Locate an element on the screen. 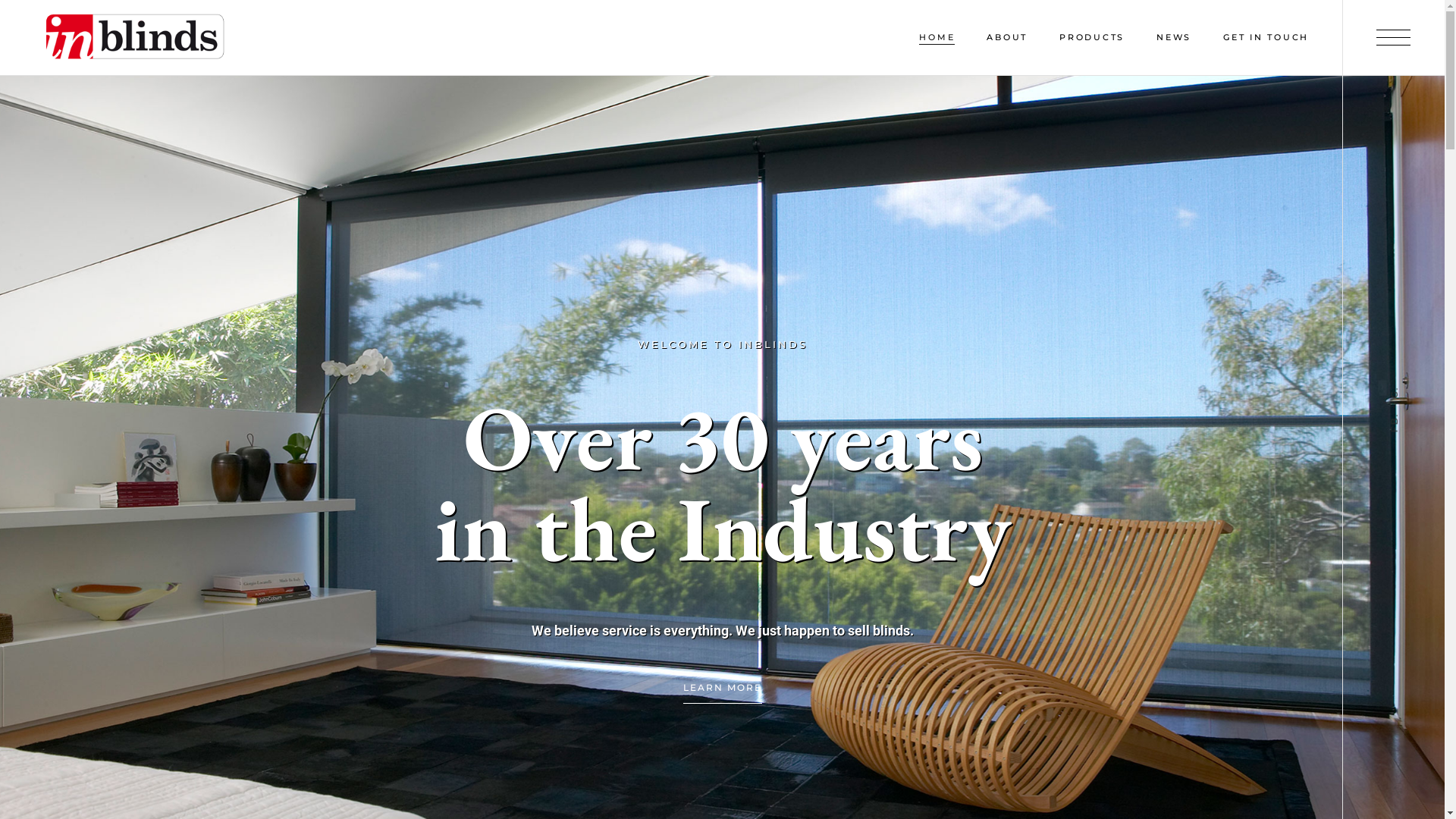 The height and width of the screenshot is (819, 1456). 'IG.' is located at coordinates (1397, 391).